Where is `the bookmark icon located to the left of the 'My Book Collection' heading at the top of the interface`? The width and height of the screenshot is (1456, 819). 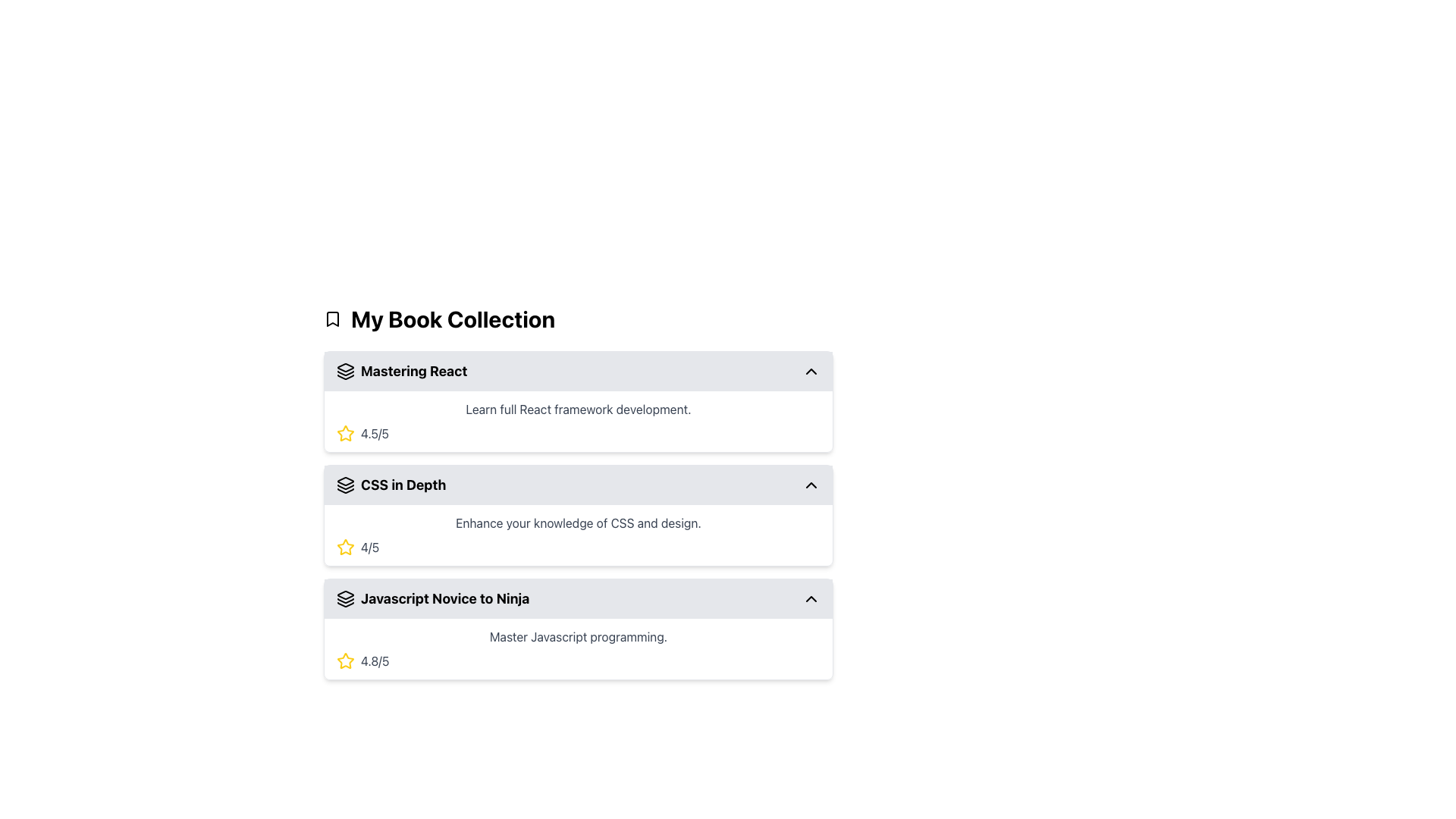 the bookmark icon located to the left of the 'My Book Collection' heading at the top of the interface is located at coordinates (331, 318).